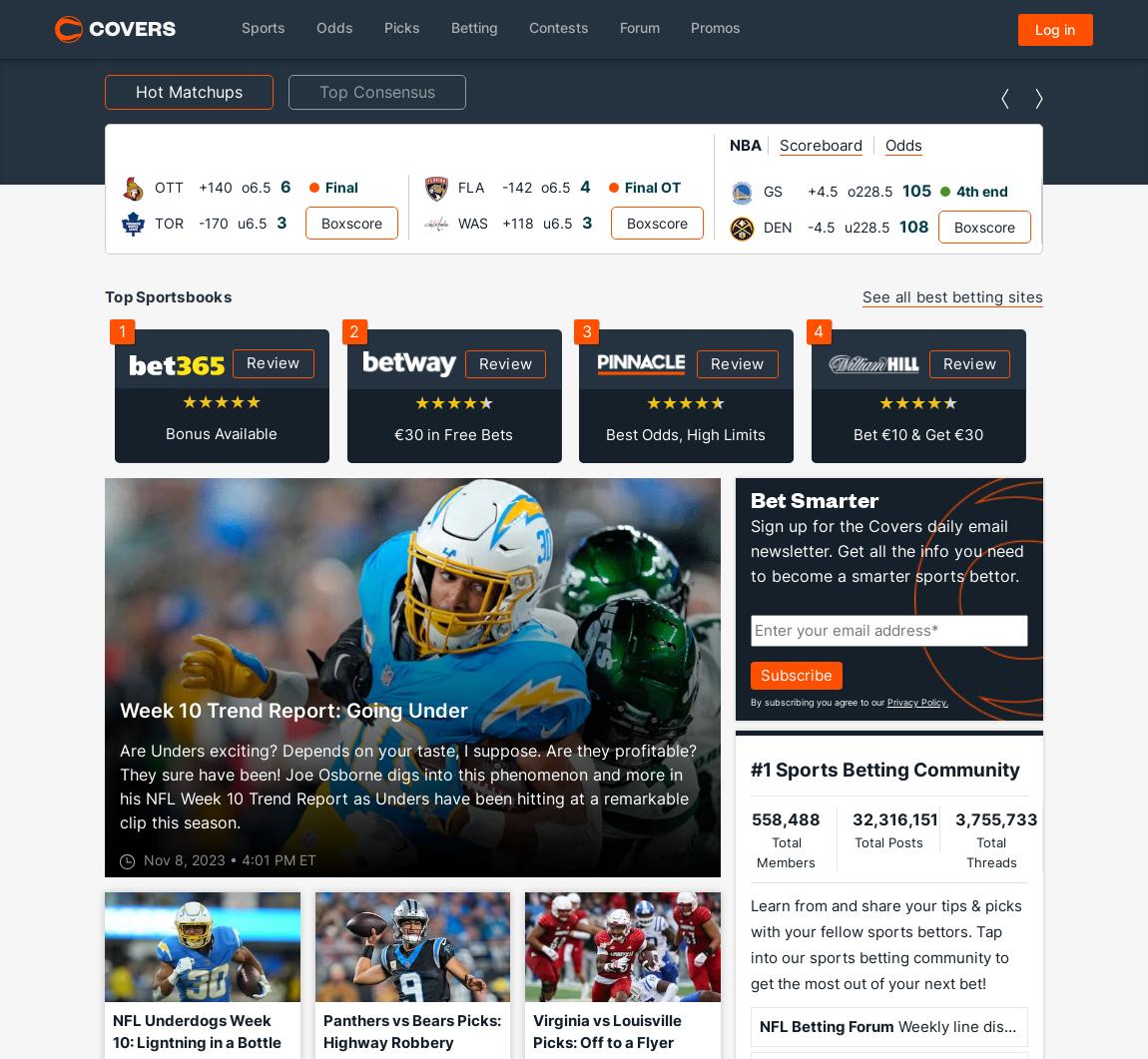  Describe the element at coordinates (319, 91) in the screenshot. I see `'Top Consensus'` at that location.